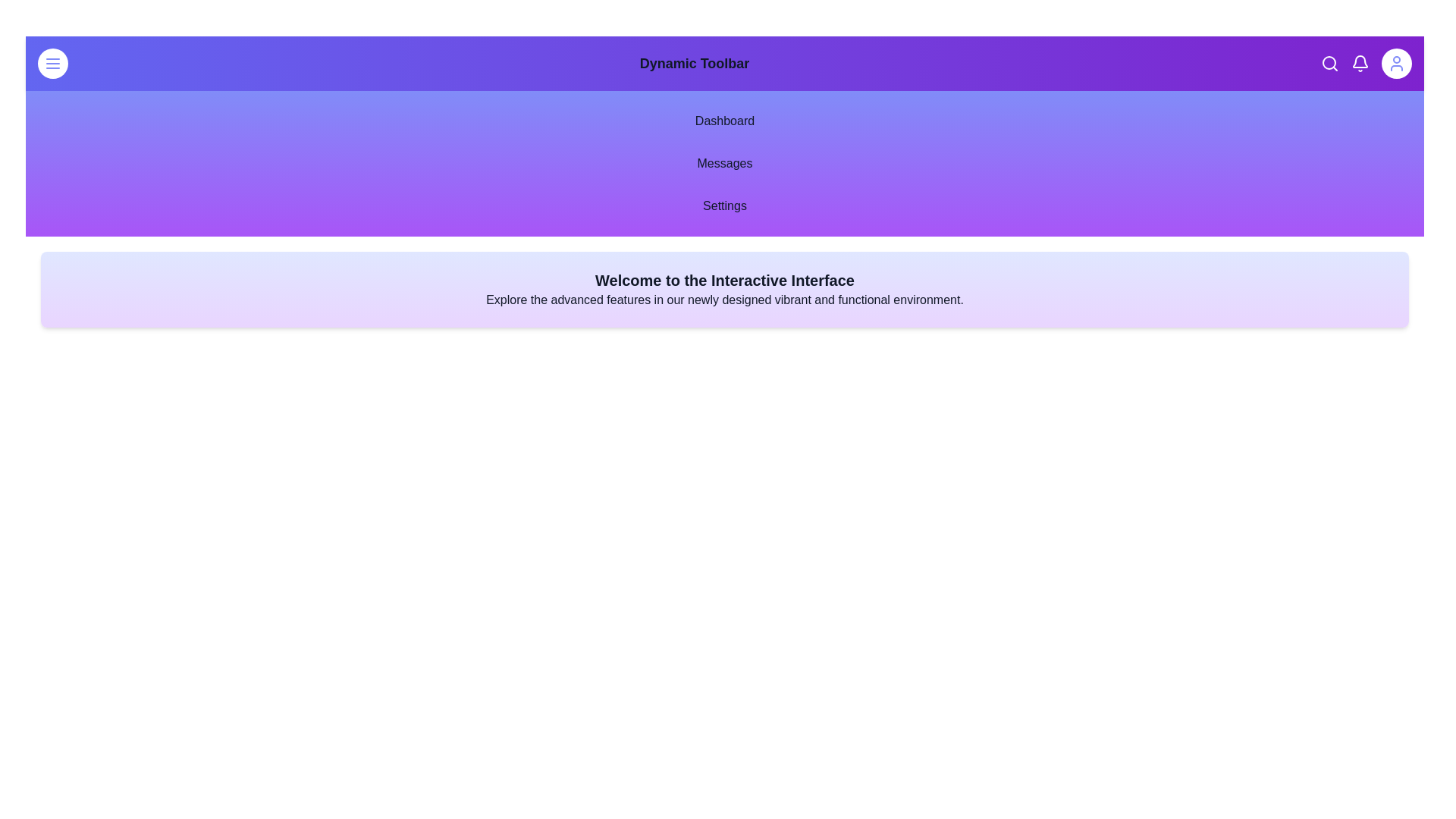 The width and height of the screenshot is (1456, 819). What do you see at coordinates (723, 120) in the screenshot?
I see `the Dashboard link to navigate to the respective section` at bounding box center [723, 120].